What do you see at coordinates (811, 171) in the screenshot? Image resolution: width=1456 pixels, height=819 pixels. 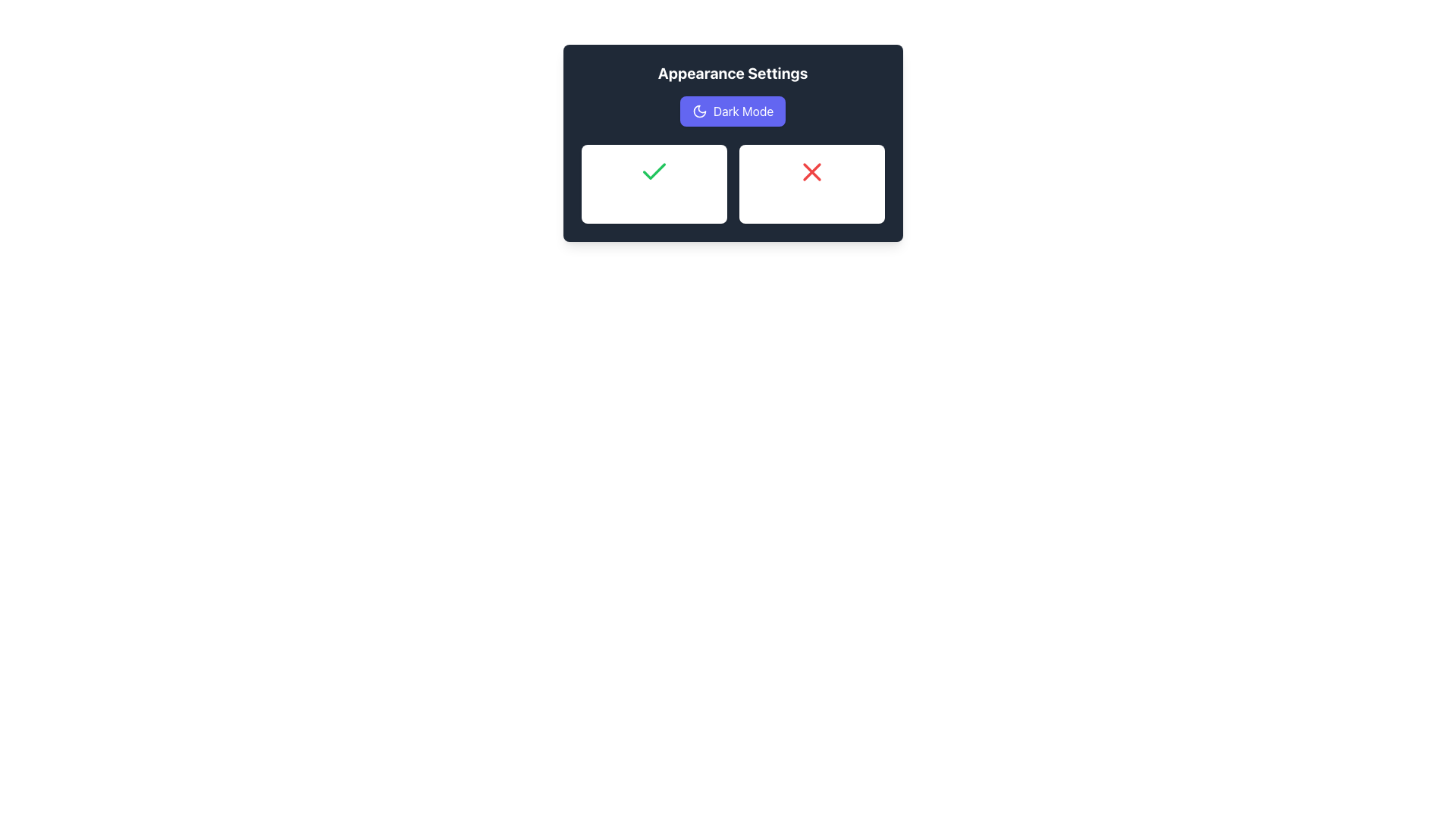 I see `the red cross icon located on the right side of the horizontal pair of elements beneath the 'Appearance Settings' section to reject or close` at bounding box center [811, 171].